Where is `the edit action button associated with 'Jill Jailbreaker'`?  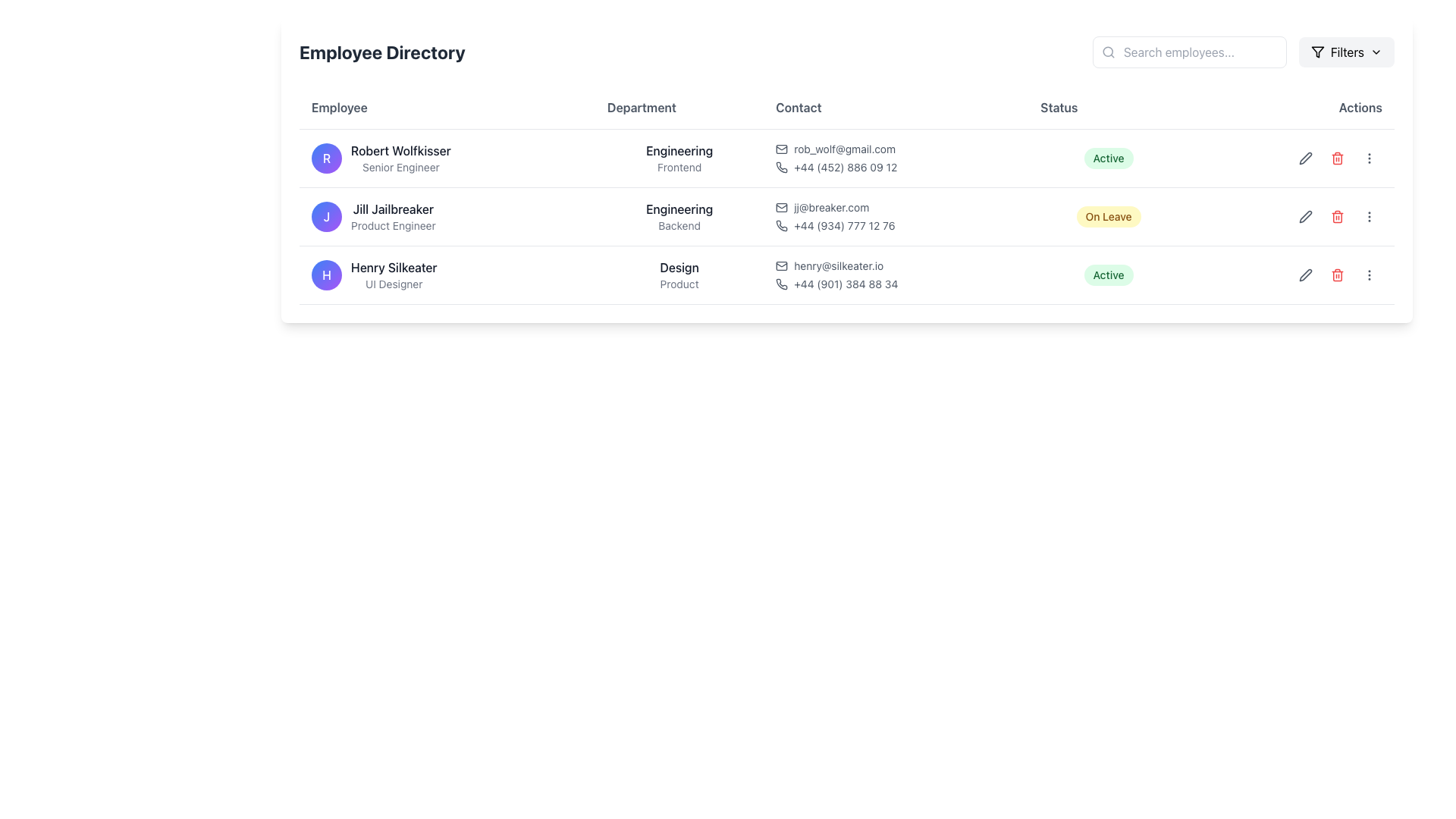
the edit action button associated with 'Jill Jailbreaker' is located at coordinates (1305, 216).